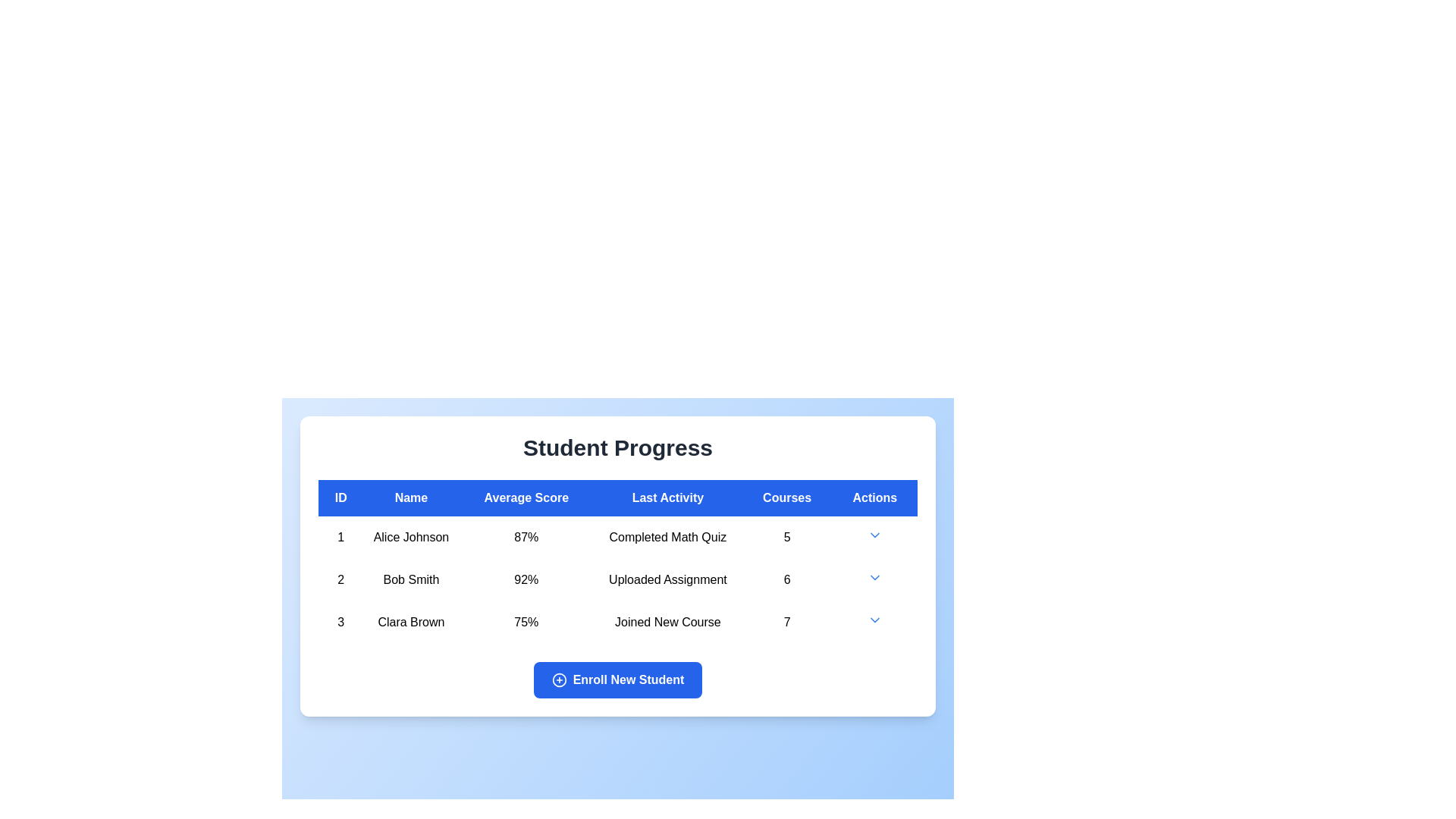  What do you see at coordinates (526, 497) in the screenshot?
I see `the 'Average Score' column header in the table, which is the third column header located between the 'Name' and 'Last Activity' headers` at bounding box center [526, 497].